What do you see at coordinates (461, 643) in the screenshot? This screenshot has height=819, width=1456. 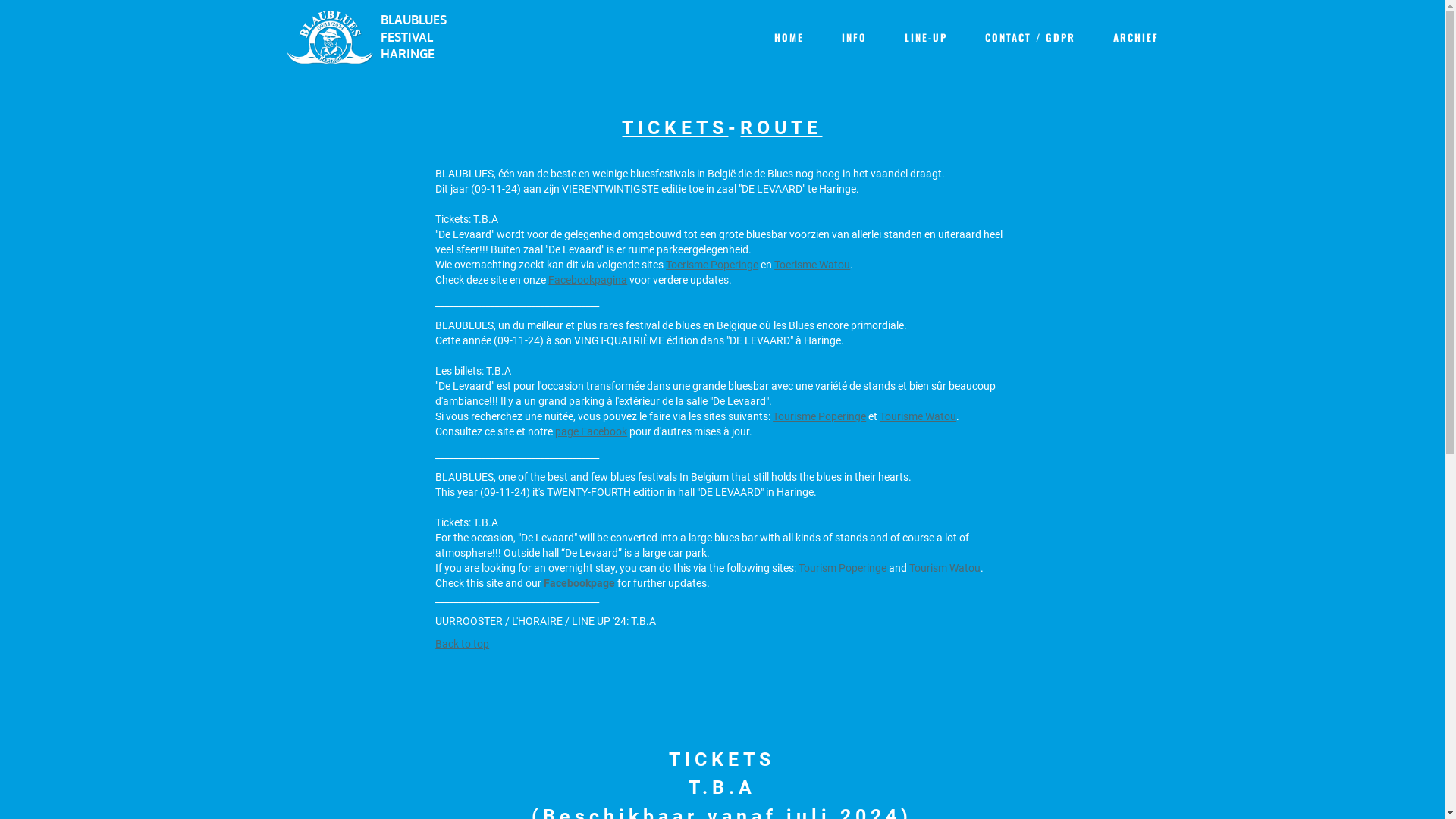 I see `'Back to top'` at bounding box center [461, 643].